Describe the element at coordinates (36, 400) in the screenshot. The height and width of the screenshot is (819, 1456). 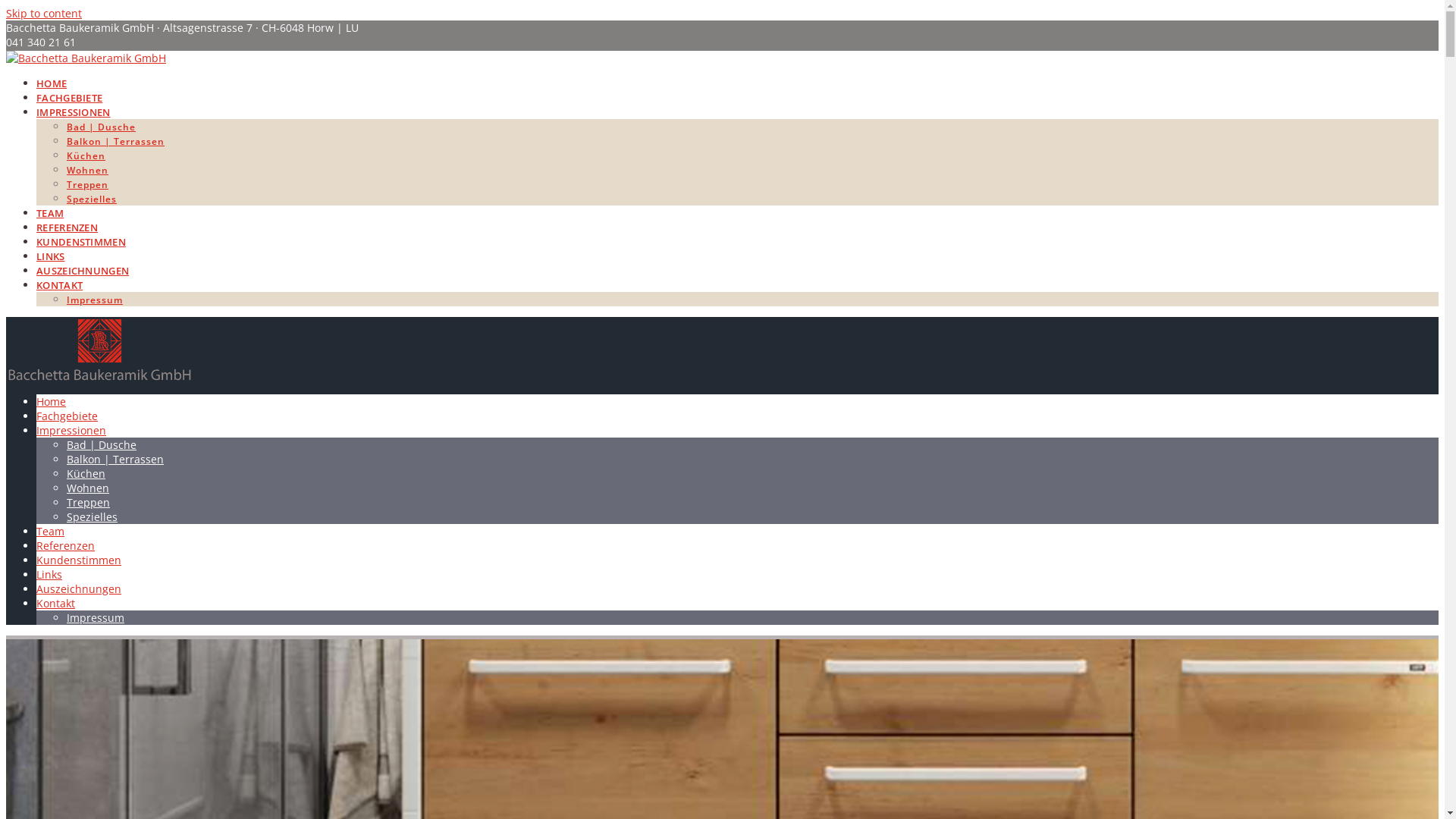
I see `'Home'` at that location.